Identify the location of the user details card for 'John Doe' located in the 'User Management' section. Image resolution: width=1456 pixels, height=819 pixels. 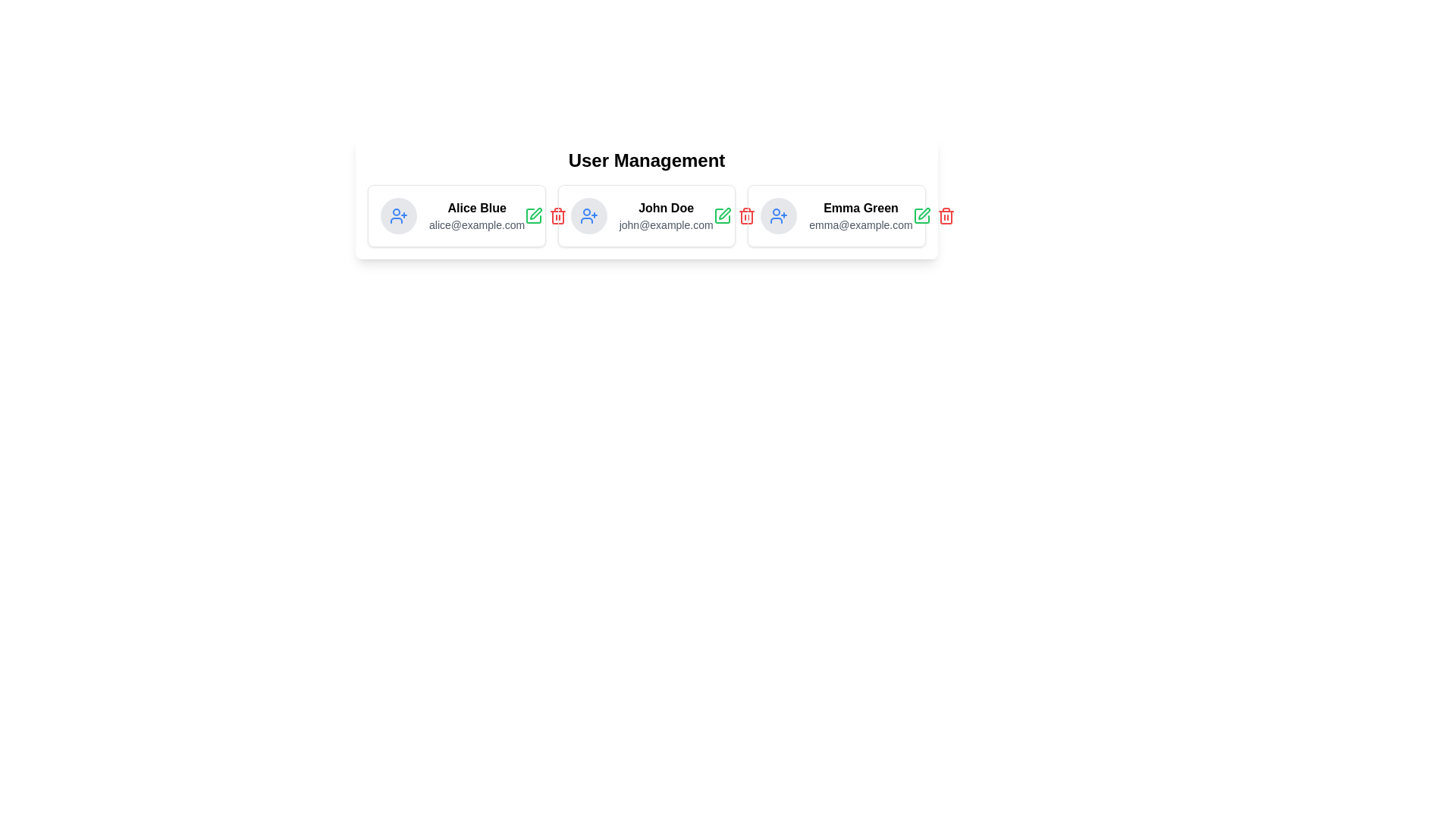
(642, 216).